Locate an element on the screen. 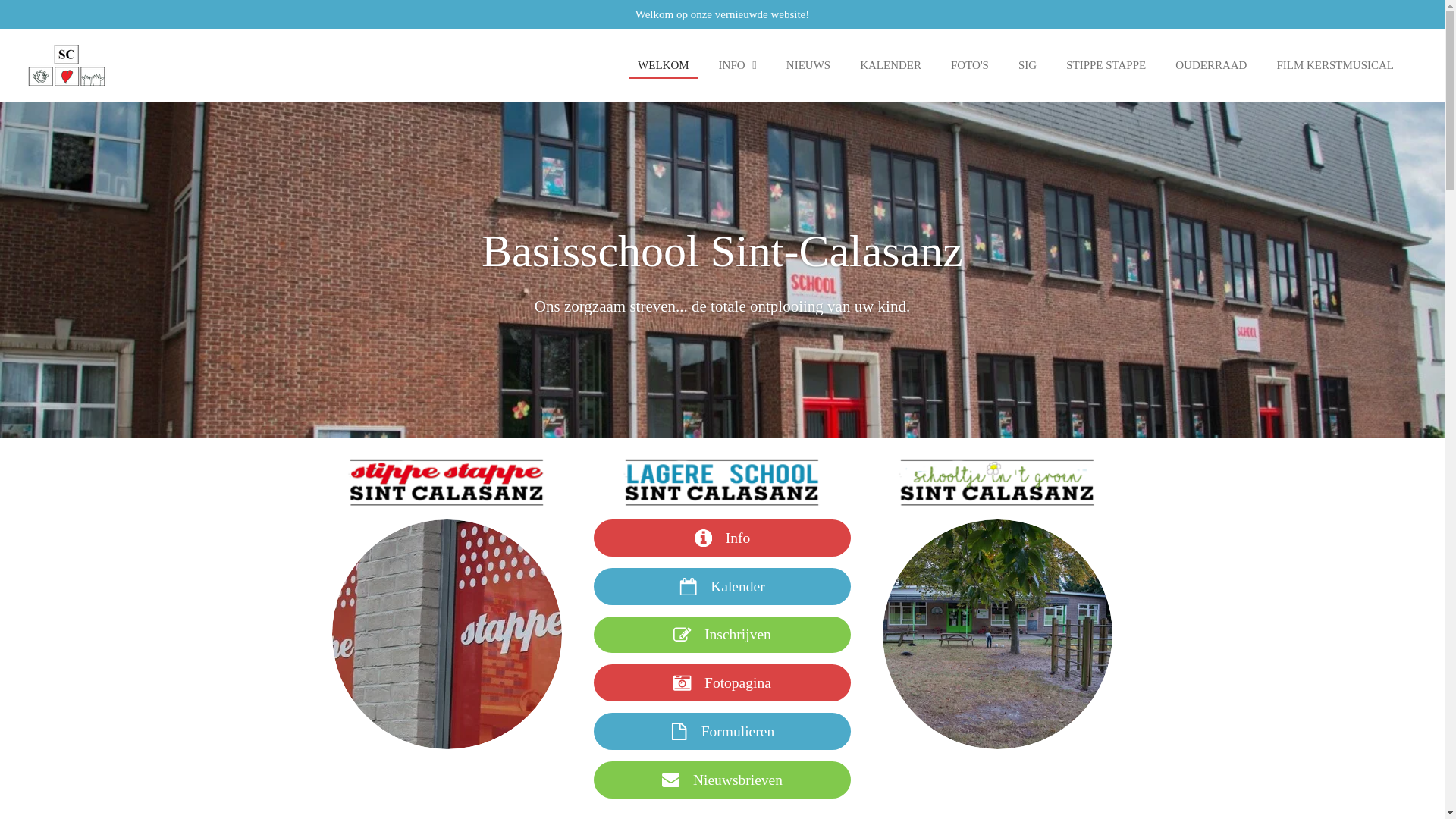  'Nieuwsbrieven' is located at coordinates (721, 780).